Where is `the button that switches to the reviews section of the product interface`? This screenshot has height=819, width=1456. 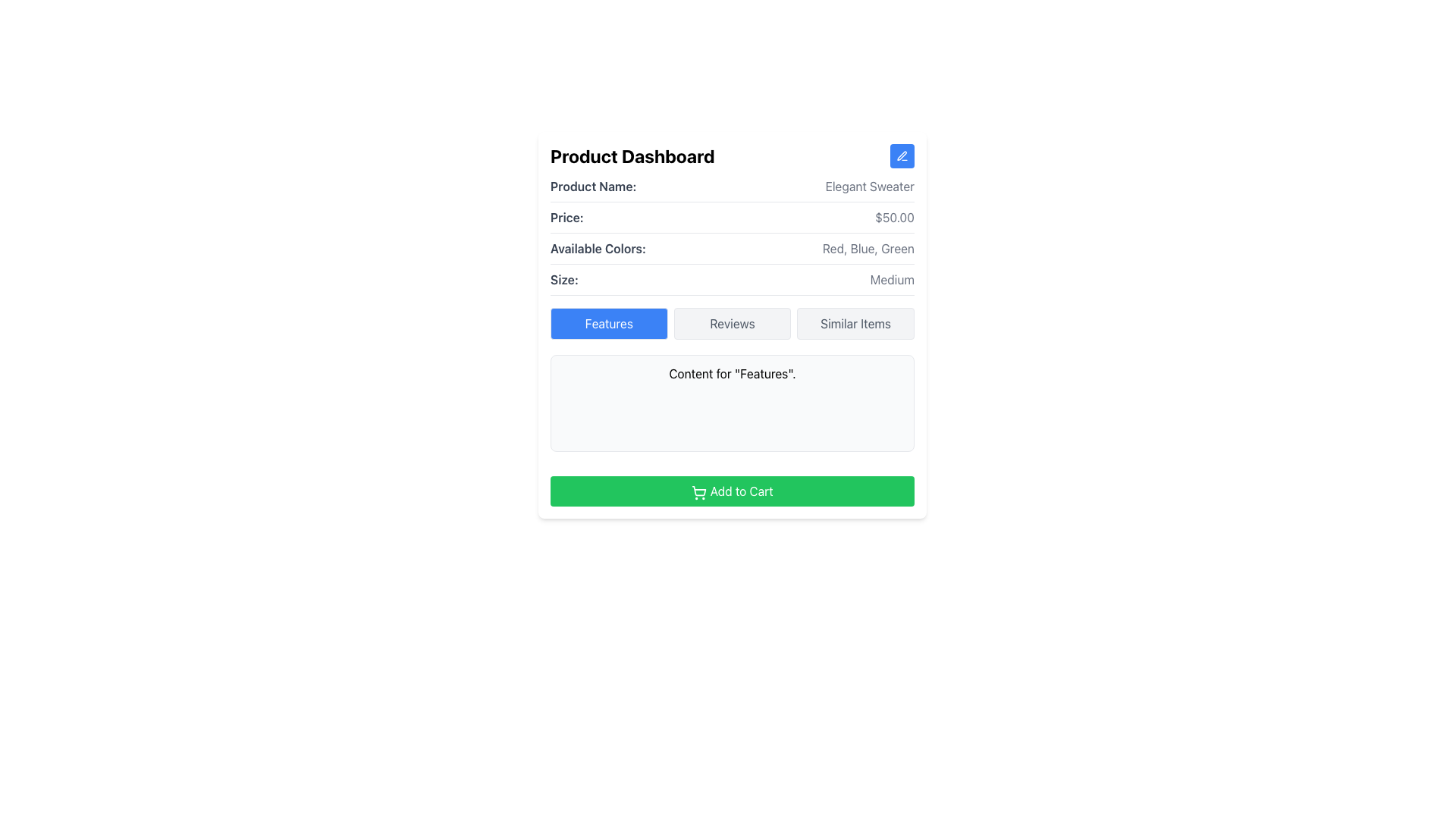
the button that switches to the reviews section of the product interface is located at coordinates (732, 323).